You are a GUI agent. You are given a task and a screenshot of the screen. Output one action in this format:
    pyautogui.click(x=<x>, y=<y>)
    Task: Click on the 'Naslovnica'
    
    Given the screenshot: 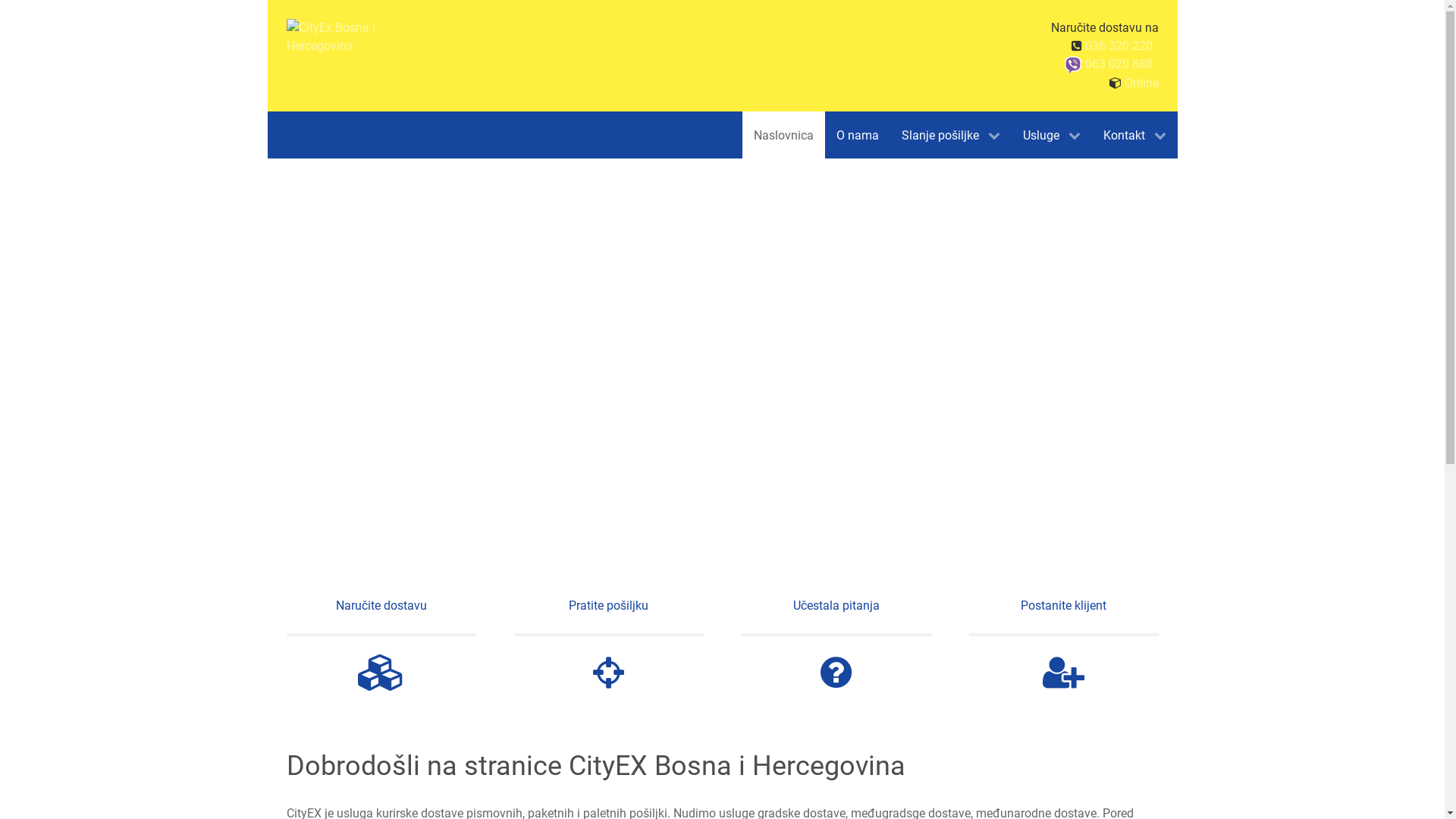 What is the action you would take?
    pyautogui.click(x=783, y=133)
    